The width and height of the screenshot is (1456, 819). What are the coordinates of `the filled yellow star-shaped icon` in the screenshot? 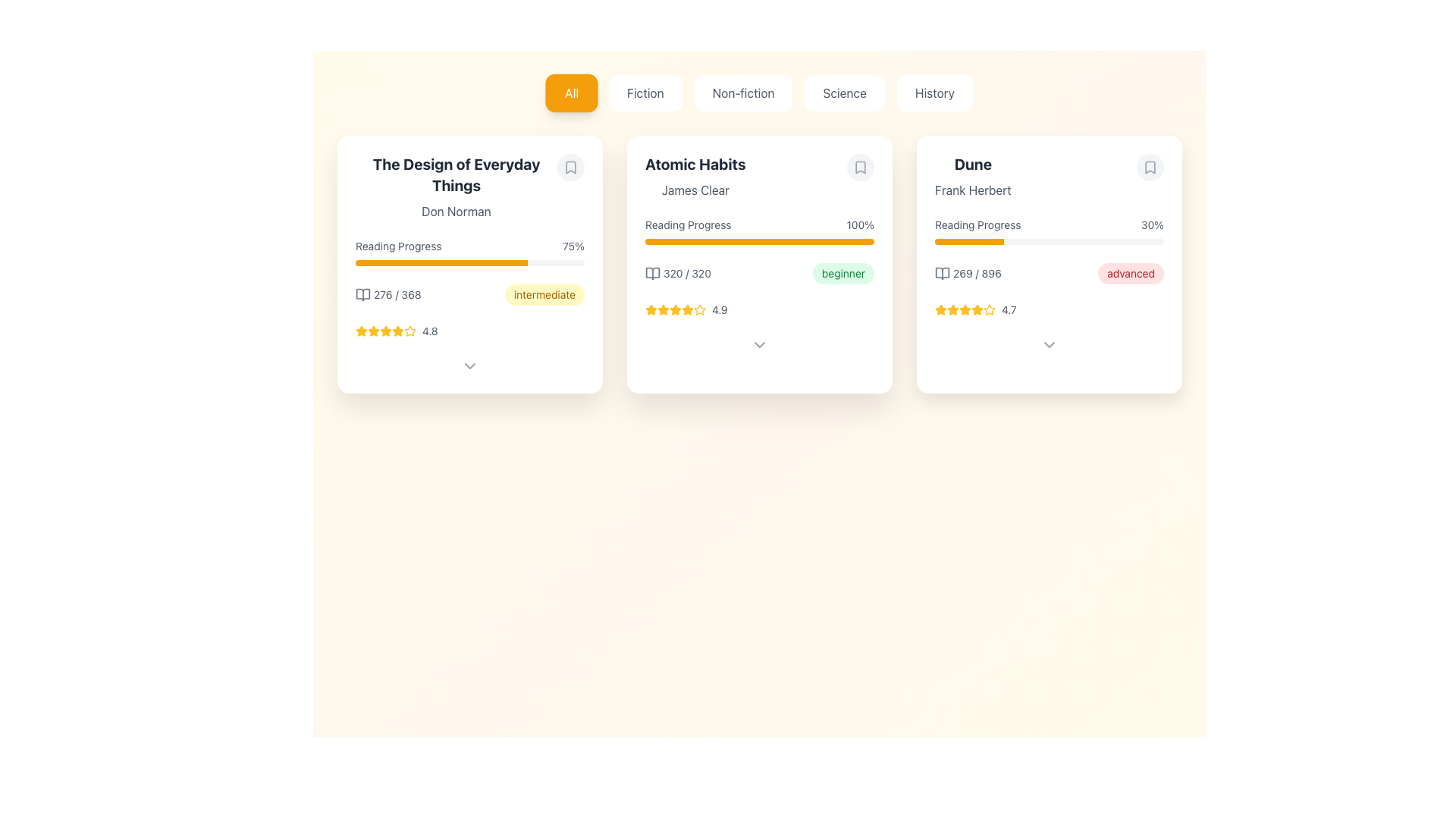 It's located at (675, 309).